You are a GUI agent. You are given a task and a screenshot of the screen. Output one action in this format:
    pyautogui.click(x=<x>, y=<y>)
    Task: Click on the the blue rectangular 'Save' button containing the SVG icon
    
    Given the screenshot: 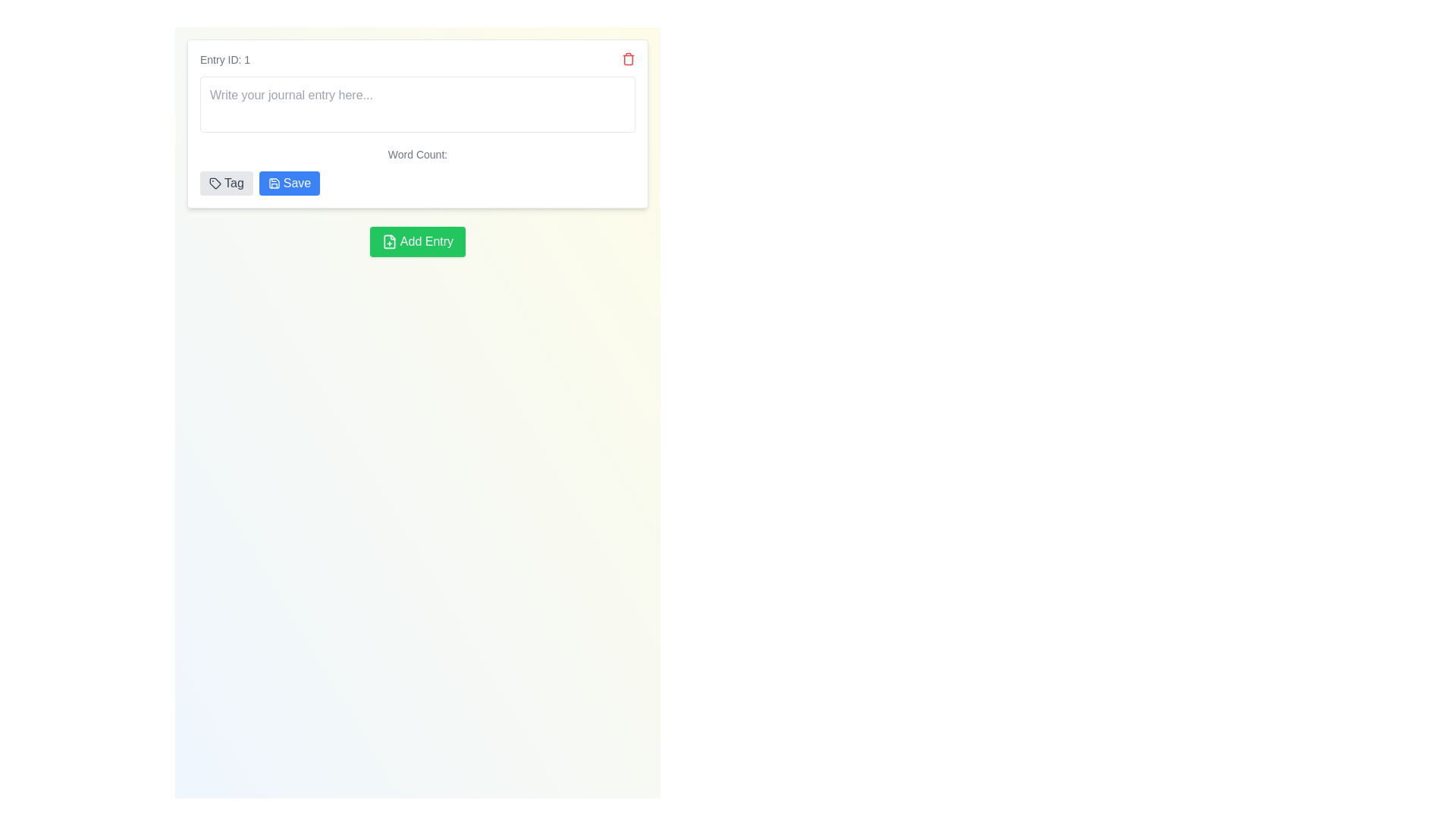 What is the action you would take?
    pyautogui.click(x=274, y=183)
    